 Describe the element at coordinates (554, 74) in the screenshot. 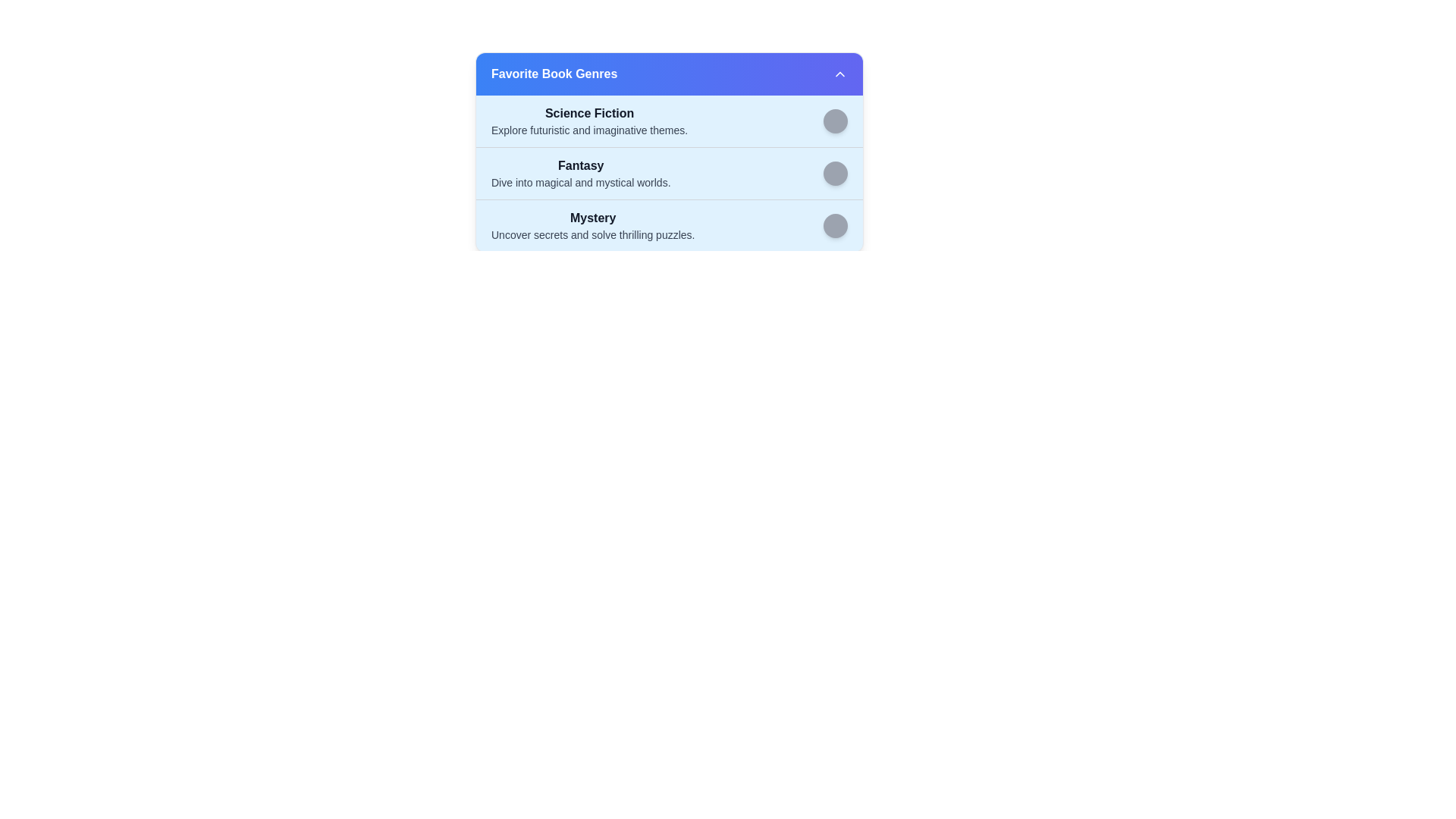

I see `the Text label that serves as the title or heading of the section, providing context about the content below regarding book genres` at that location.